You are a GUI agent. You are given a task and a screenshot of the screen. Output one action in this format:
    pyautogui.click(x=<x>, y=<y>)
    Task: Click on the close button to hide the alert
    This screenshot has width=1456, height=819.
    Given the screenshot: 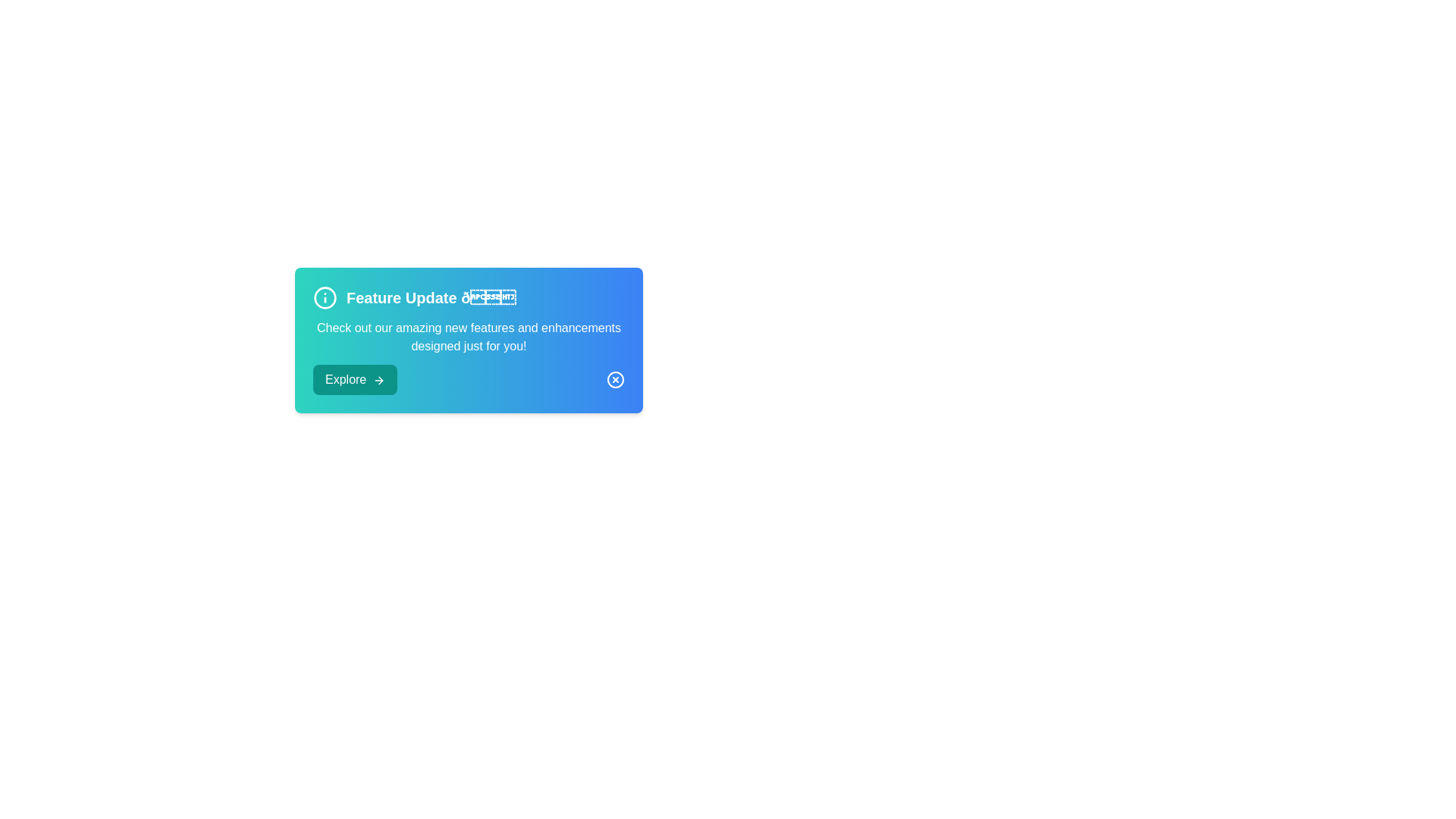 What is the action you would take?
    pyautogui.click(x=615, y=379)
    